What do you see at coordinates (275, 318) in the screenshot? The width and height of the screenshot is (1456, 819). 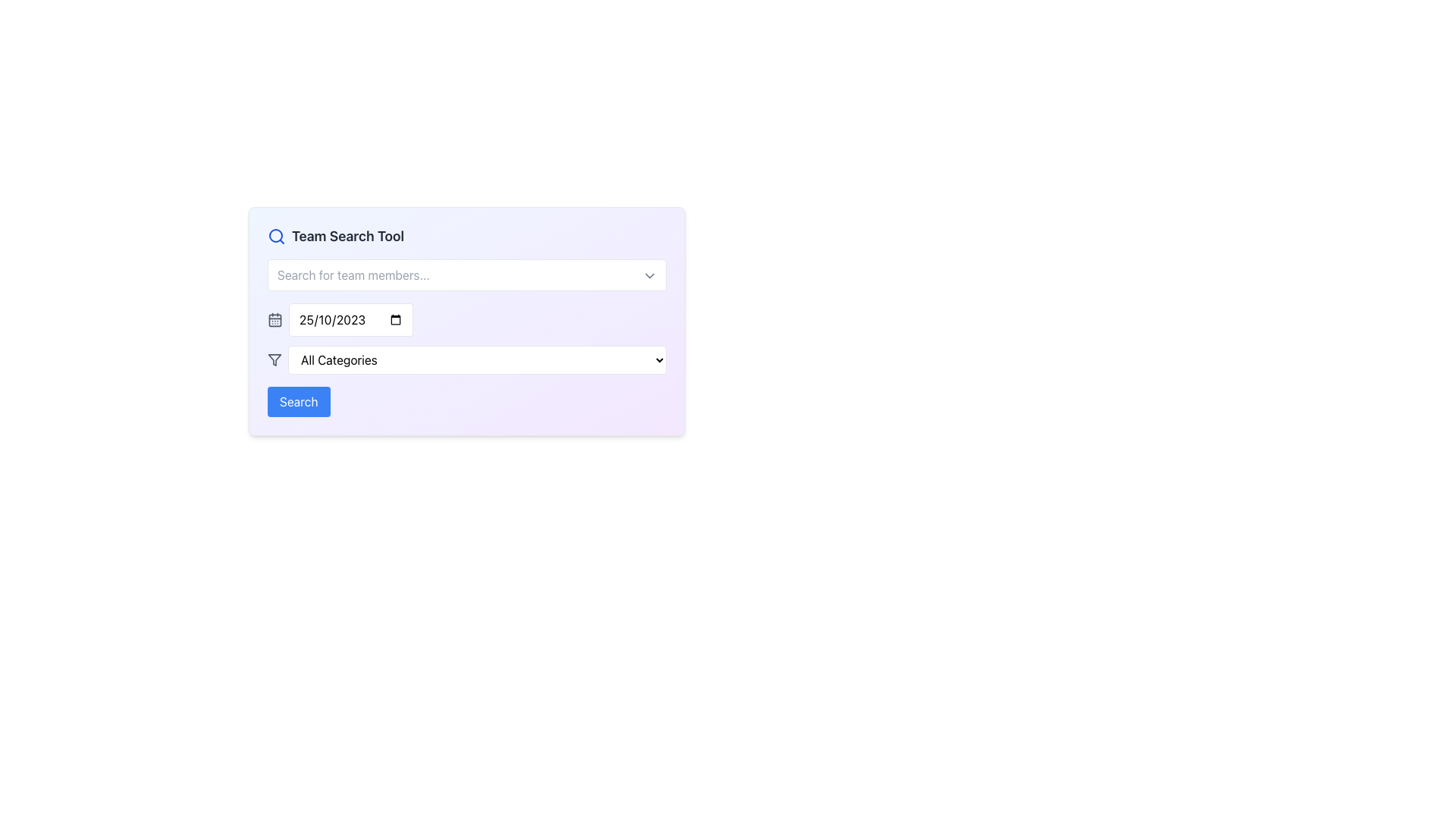 I see `the SVG-based calendar icon, which is a square icon with dimensions of 20x20 pixels, located just to the left of a date input field` at bounding box center [275, 318].